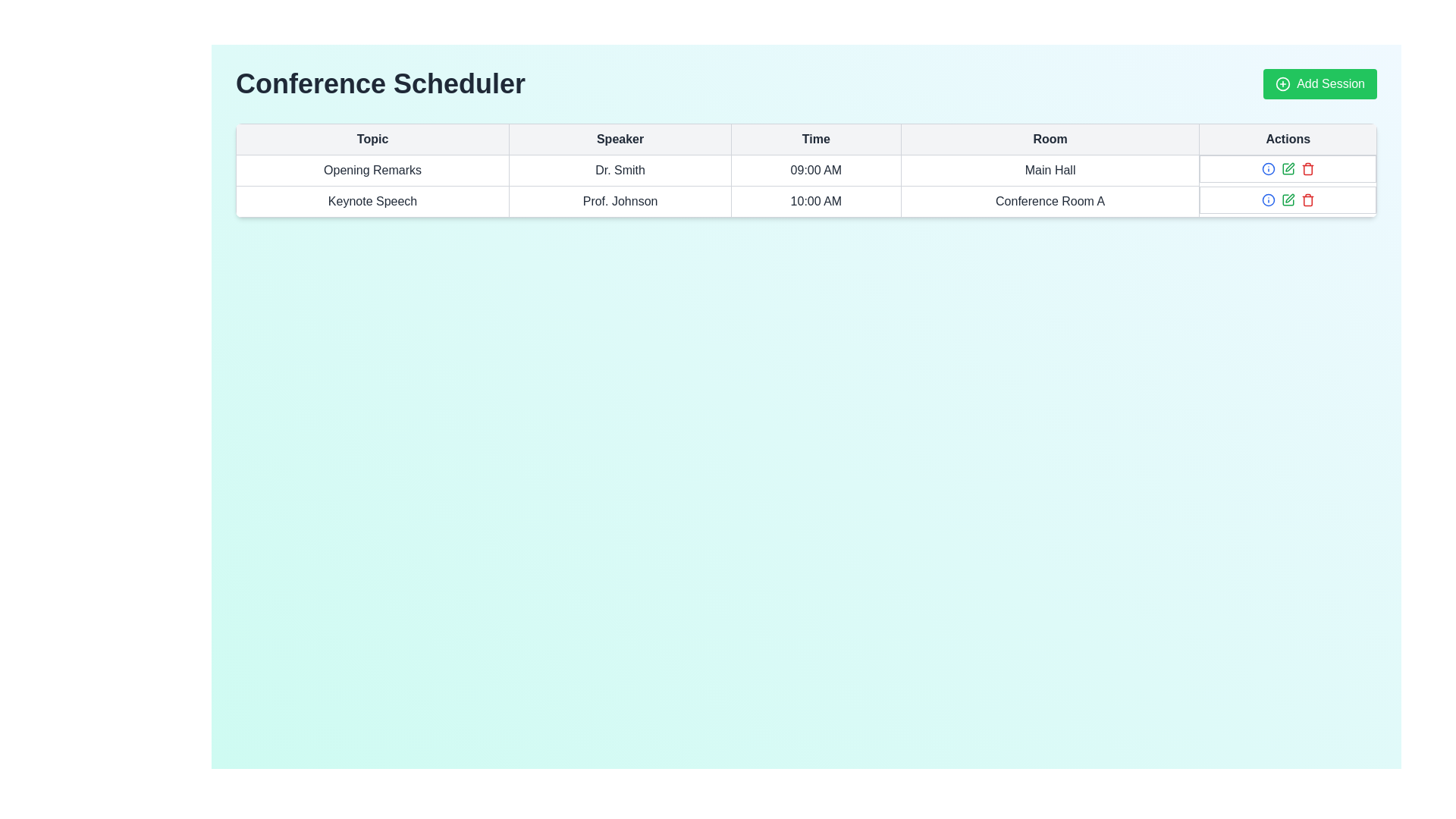  I want to click on the Table Header labeled 'Actions', which is the last header in the row, featuring a black font on a light gray background, so click(1287, 140).